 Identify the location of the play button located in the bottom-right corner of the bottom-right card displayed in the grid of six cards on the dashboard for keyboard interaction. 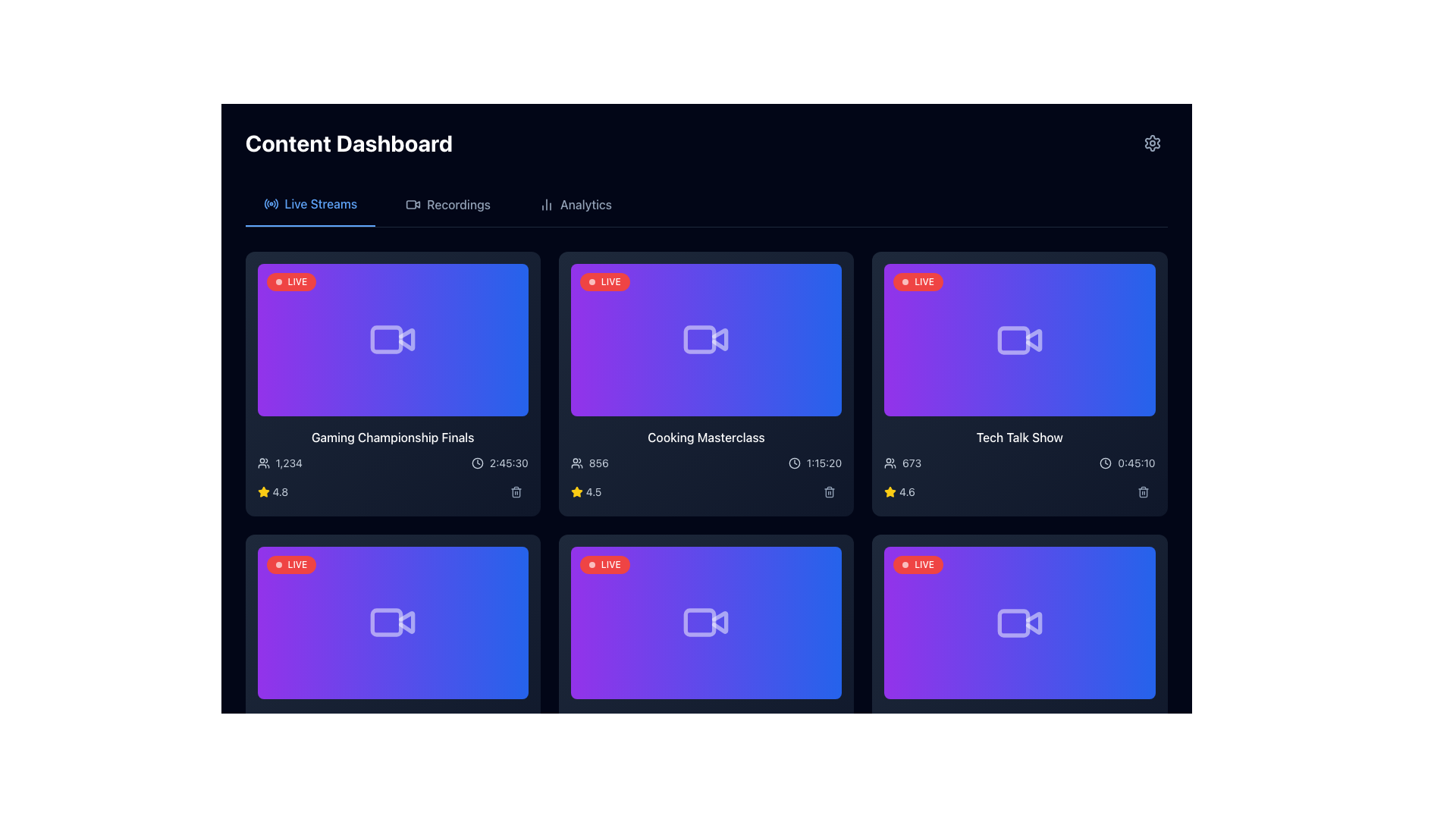
(1129, 672).